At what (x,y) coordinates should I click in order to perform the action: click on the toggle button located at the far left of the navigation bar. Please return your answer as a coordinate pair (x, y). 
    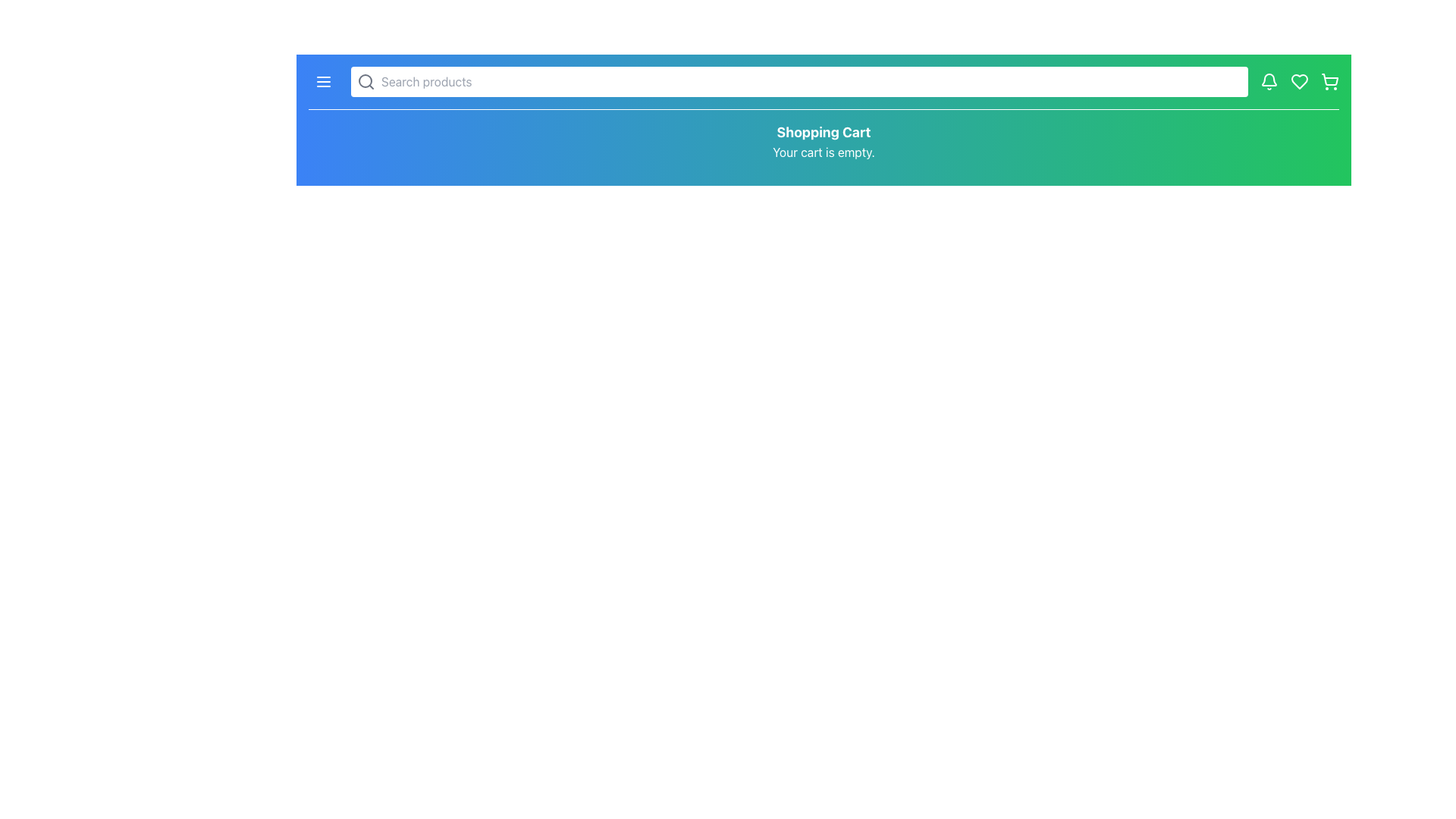
    Looking at the image, I should click on (323, 82).